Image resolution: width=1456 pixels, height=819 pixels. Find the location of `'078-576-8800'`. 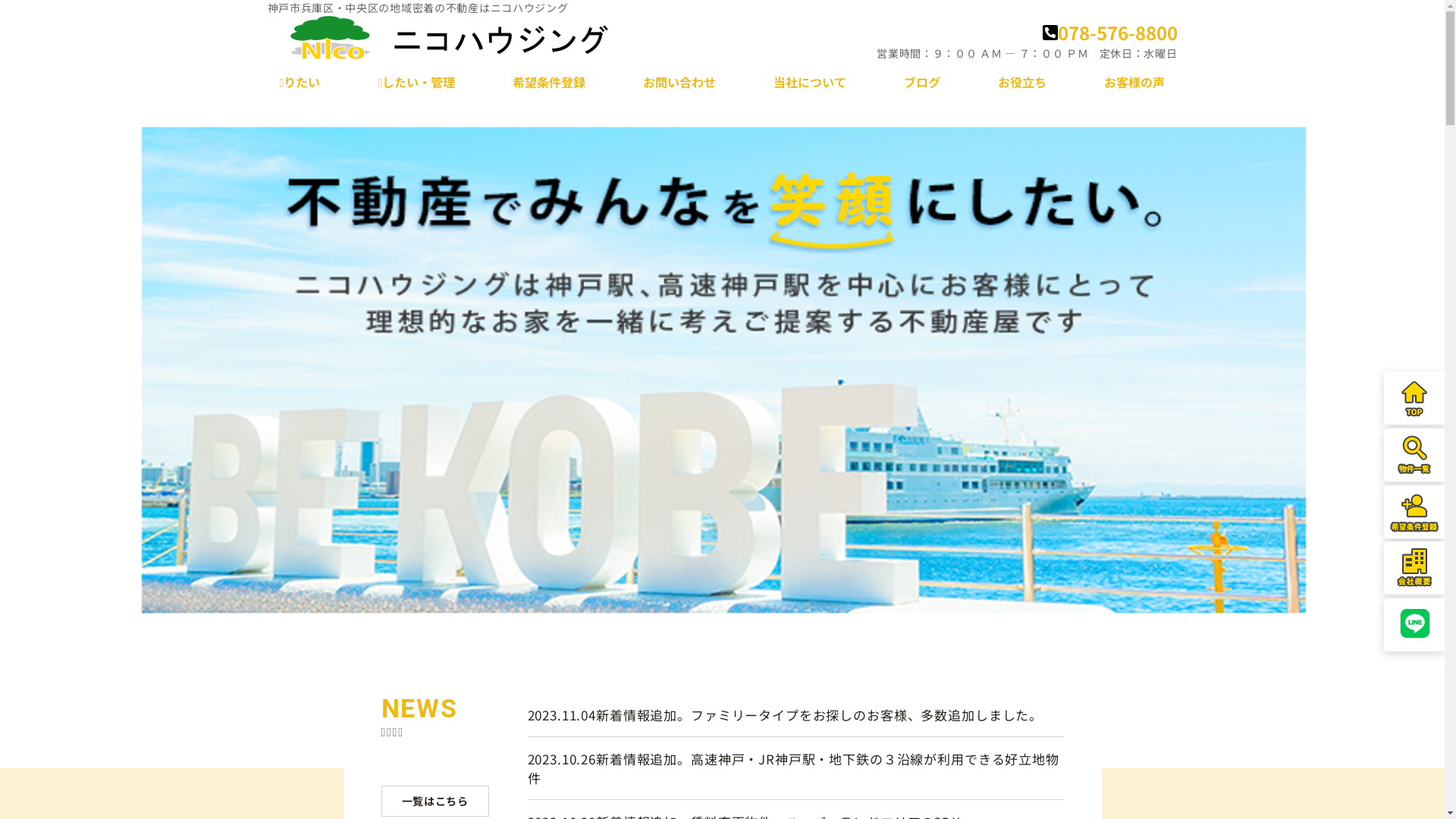

'078-576-8800' is located at coordinates (1040, 32).